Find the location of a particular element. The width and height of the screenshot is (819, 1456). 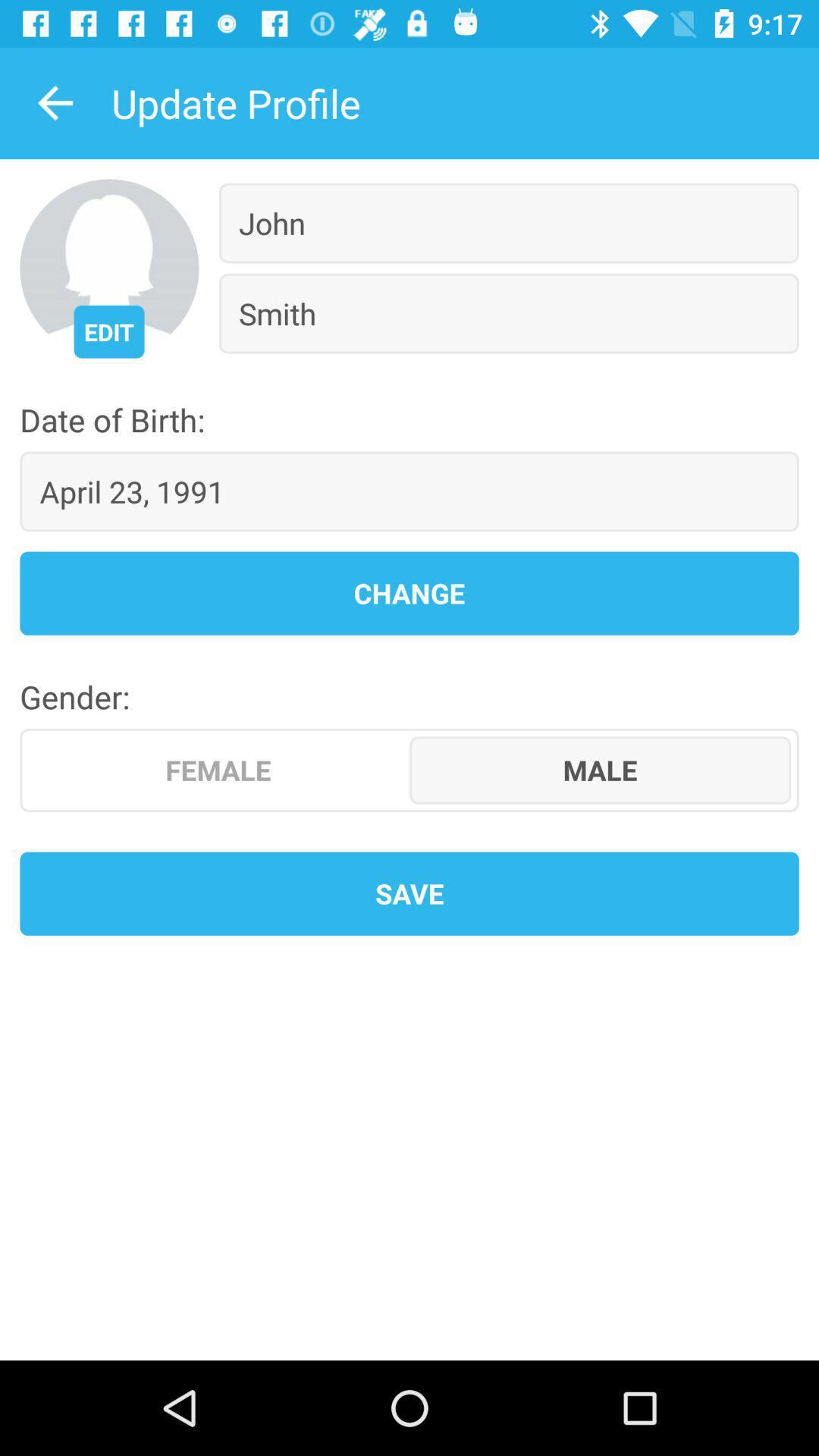

the change icon is located at coordinates (409, 592).